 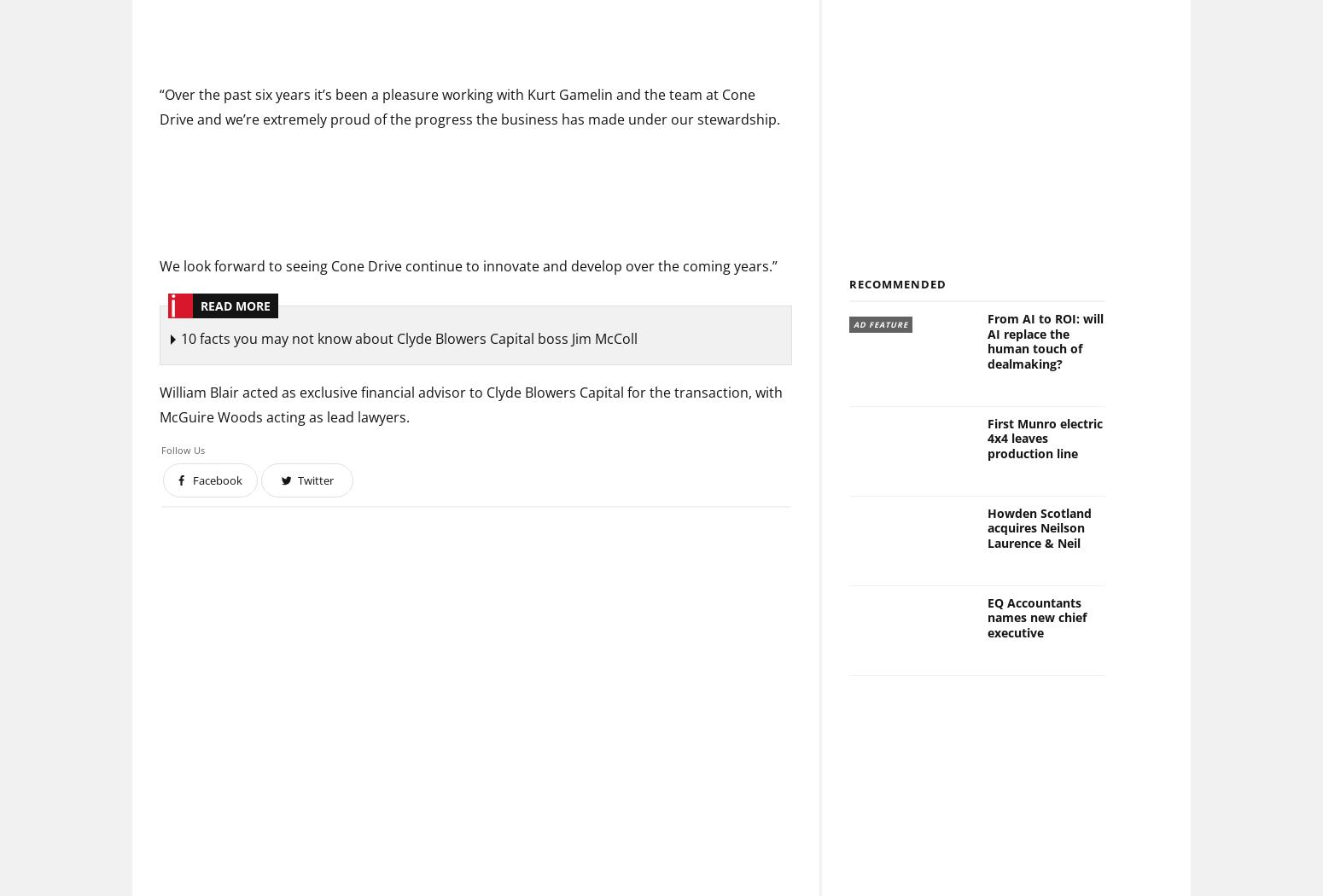 I want to click on 'William Blair acted as exclusive financial advisor to Clyde Blowers Capital for the transaction, with McGuire Woods acting as lead lawyers.', so click(x=470, y=404).